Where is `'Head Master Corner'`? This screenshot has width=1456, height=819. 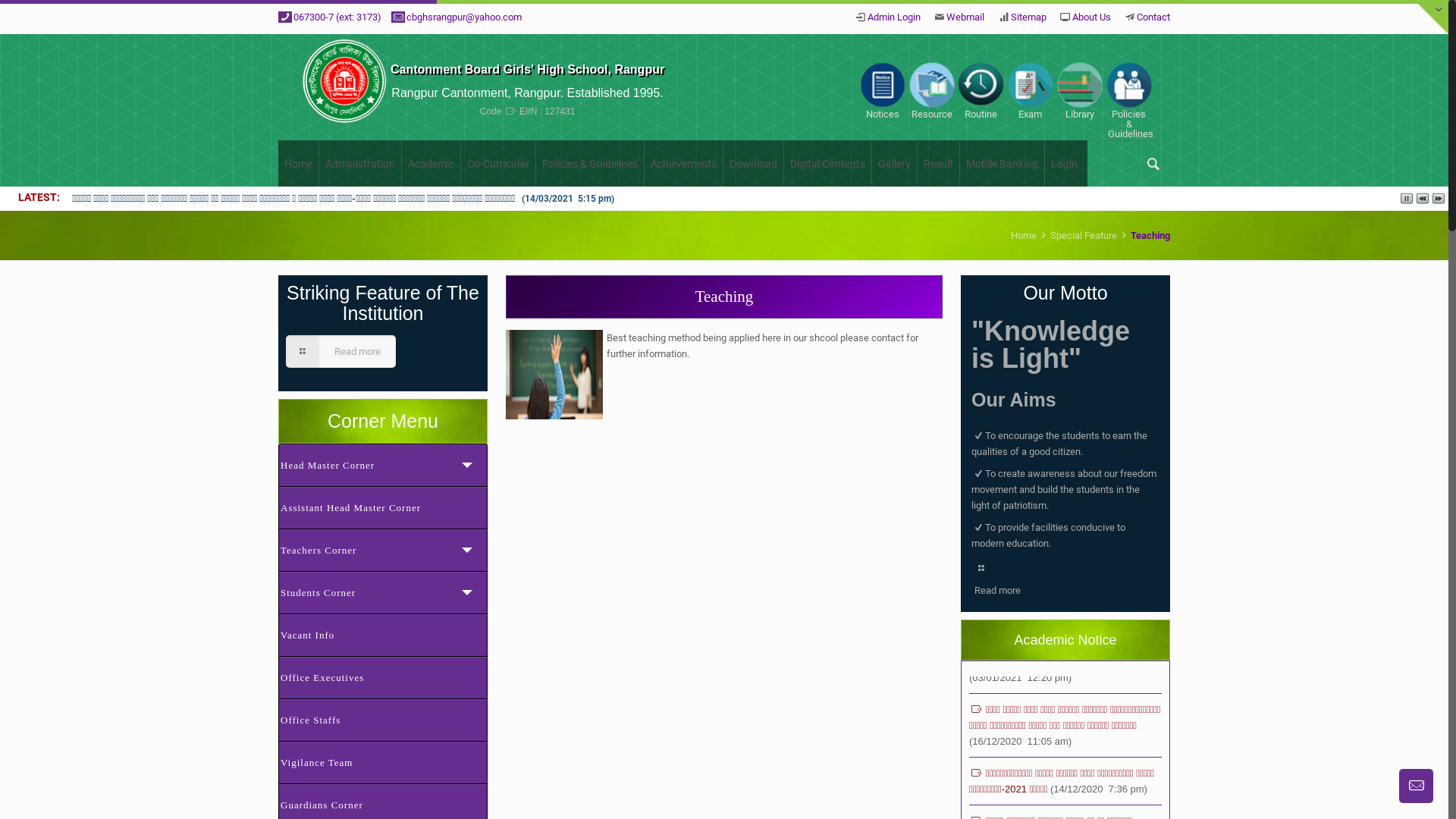
'Head Master Corner' is located at coordinates (278, 464).